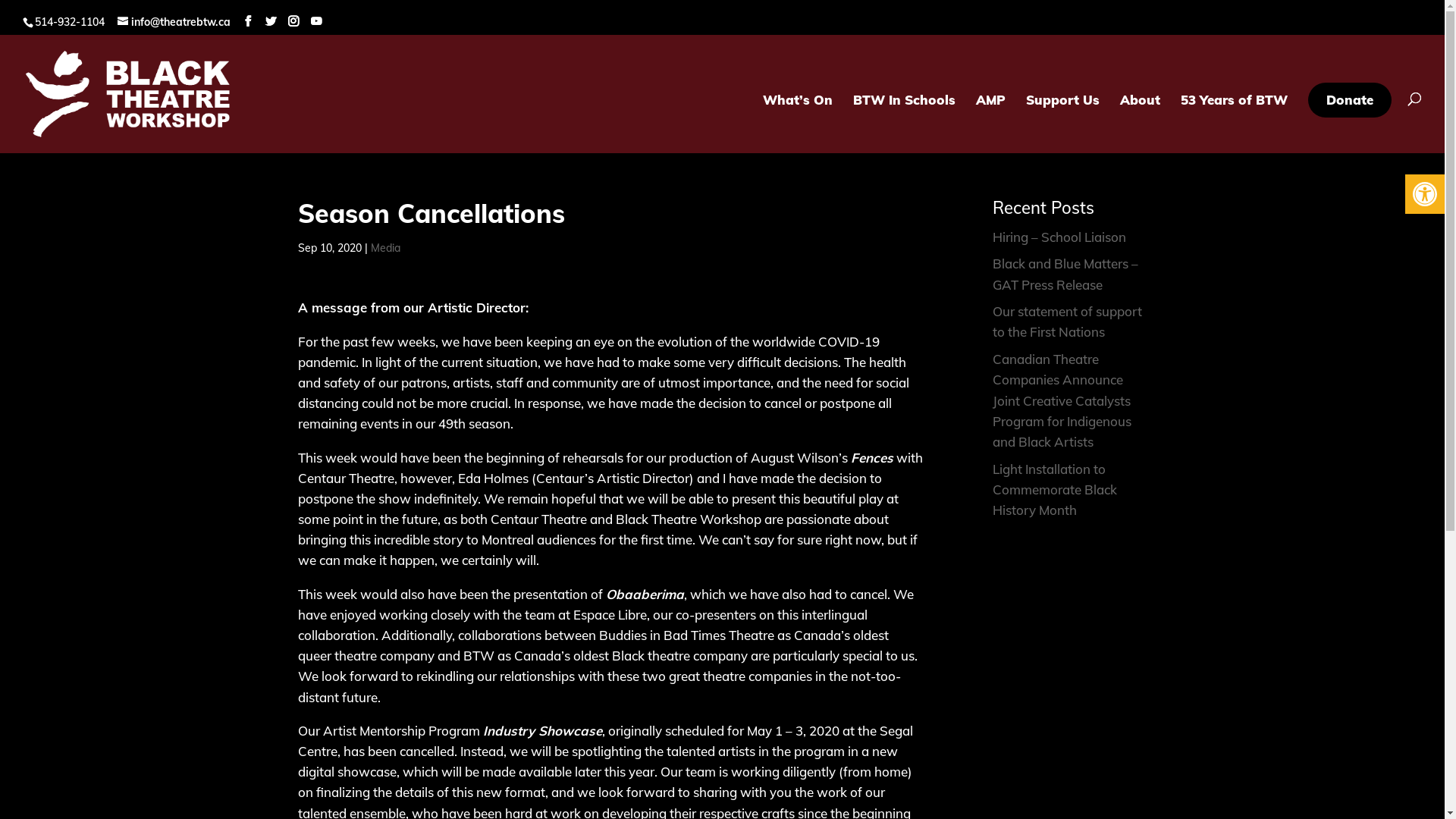 The image size is (1456, 819). Describe the element at coordinates (990, 123) in the screenshot. I see `'AMP'` at that location.